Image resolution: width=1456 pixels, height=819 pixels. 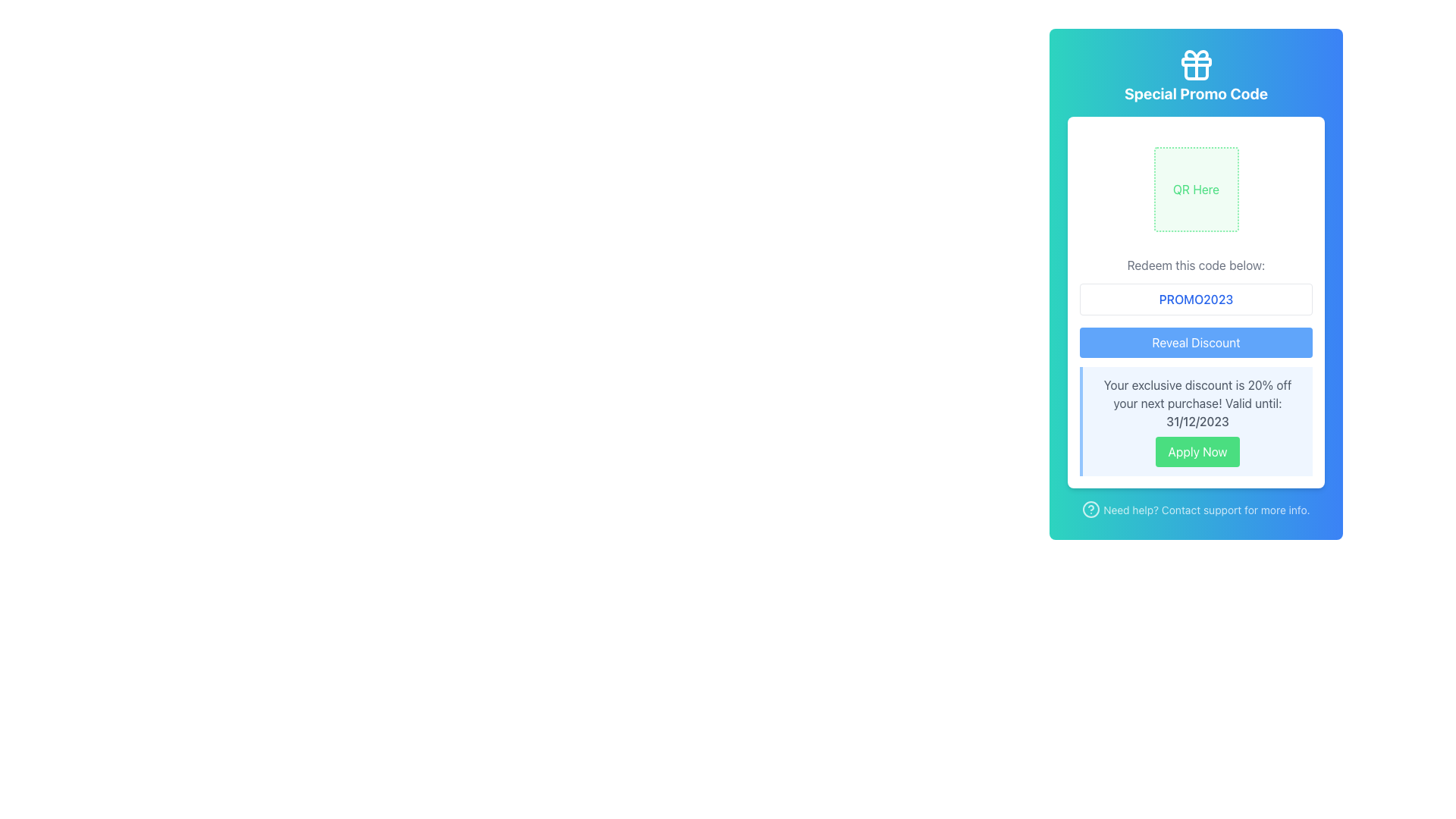 What do you see at coordinates (1195, 421) in the screenshot?
I see `the button within the Promotional Message Box that displays a discount and its validity date, located above the 'Apply Now' button` at bounding box center [1195, 421].